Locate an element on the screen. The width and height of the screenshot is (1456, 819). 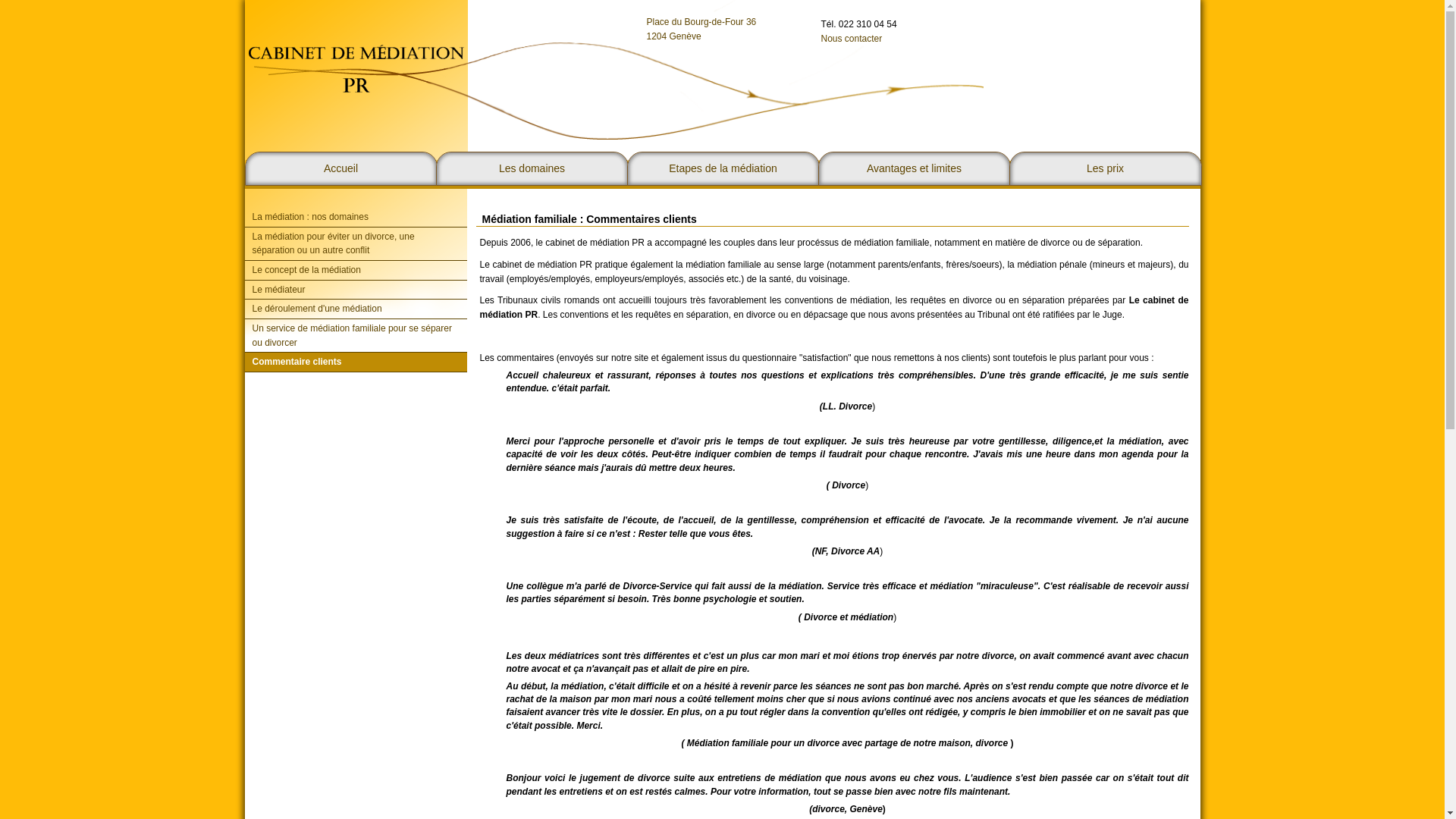
'Accueil' is located at coordinates (340, 168).